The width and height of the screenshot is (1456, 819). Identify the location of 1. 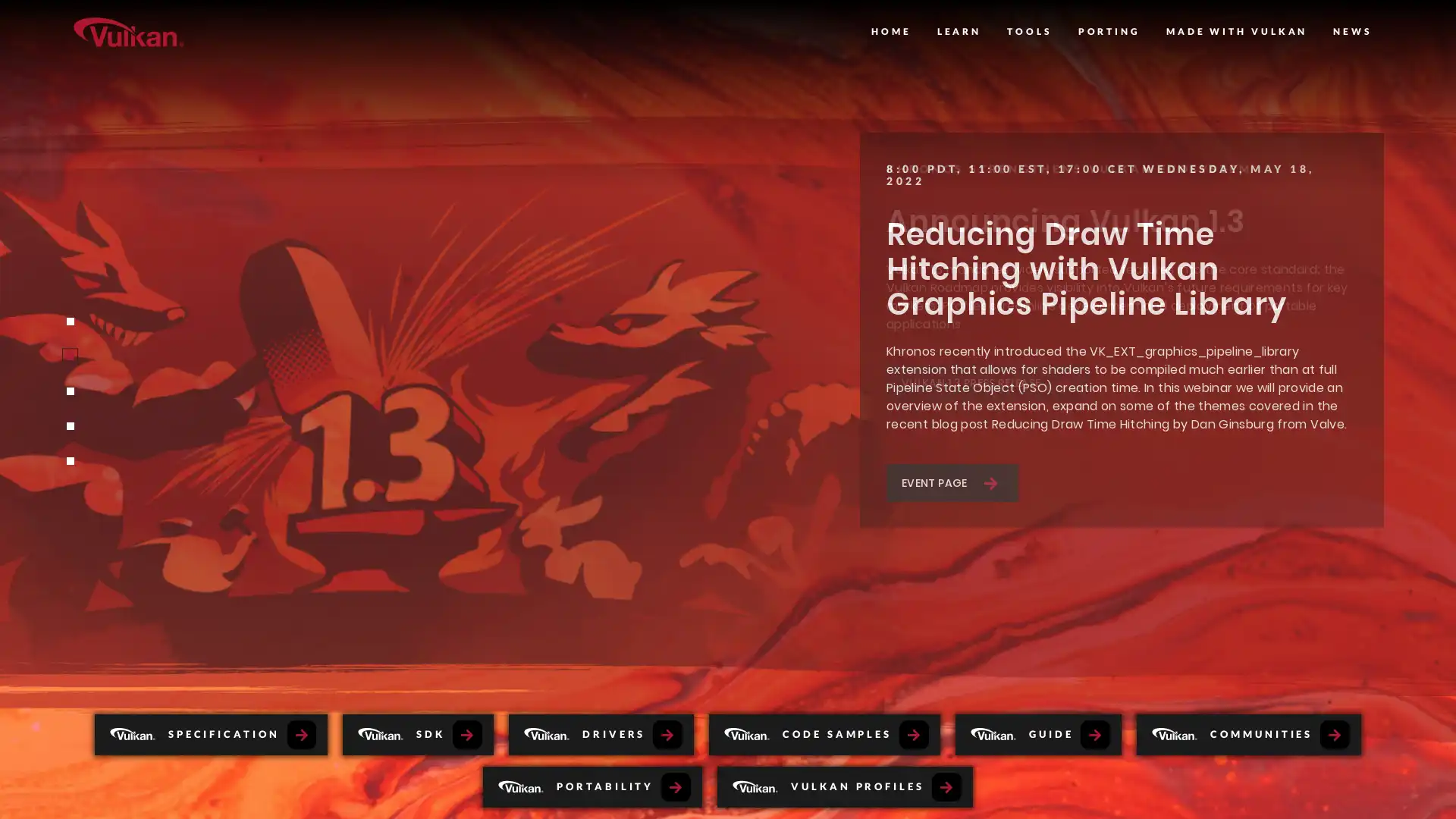
(68, 321).